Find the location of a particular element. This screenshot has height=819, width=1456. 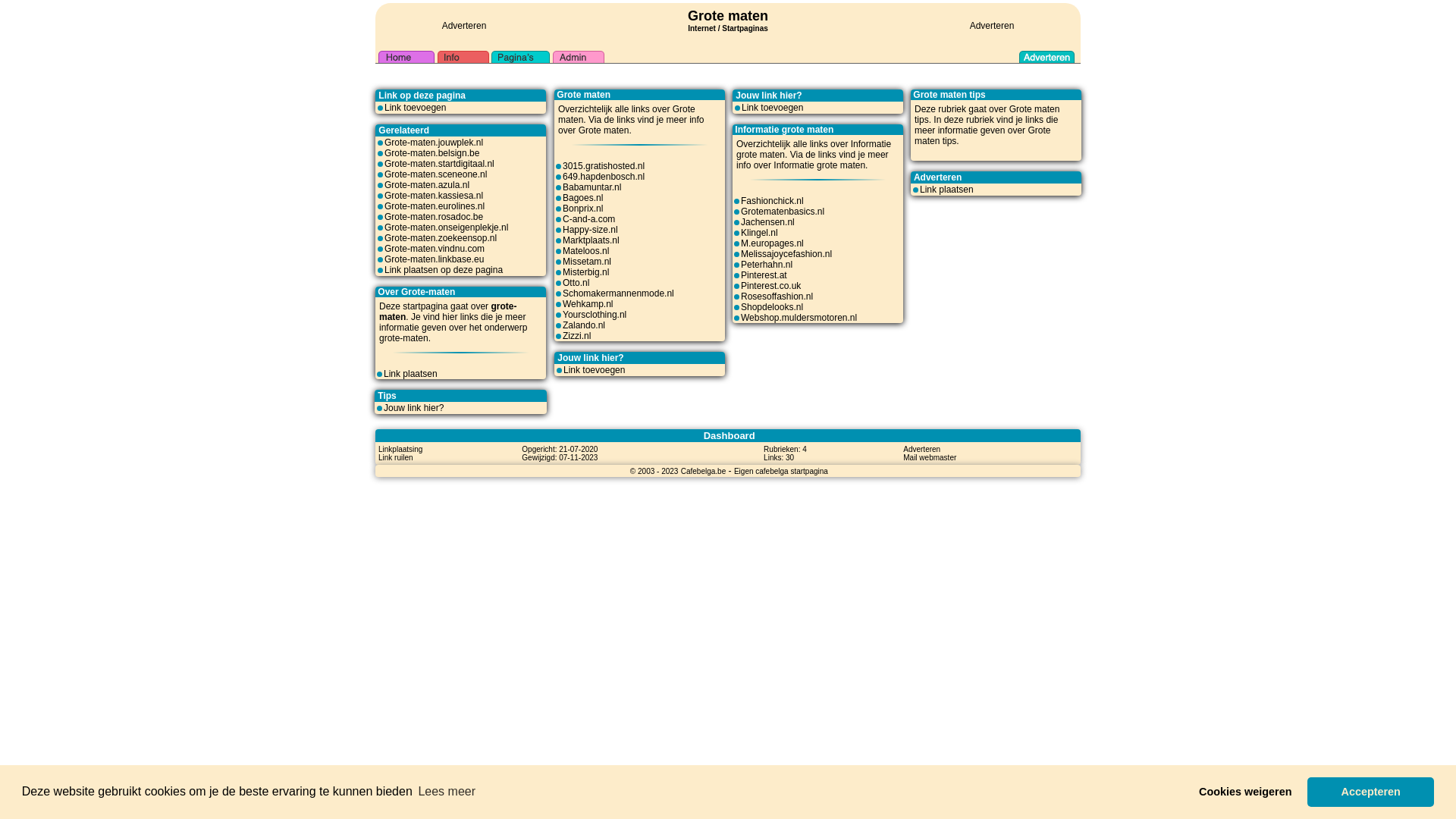

'Link plaatsen' is located at coordinates (410, 374).